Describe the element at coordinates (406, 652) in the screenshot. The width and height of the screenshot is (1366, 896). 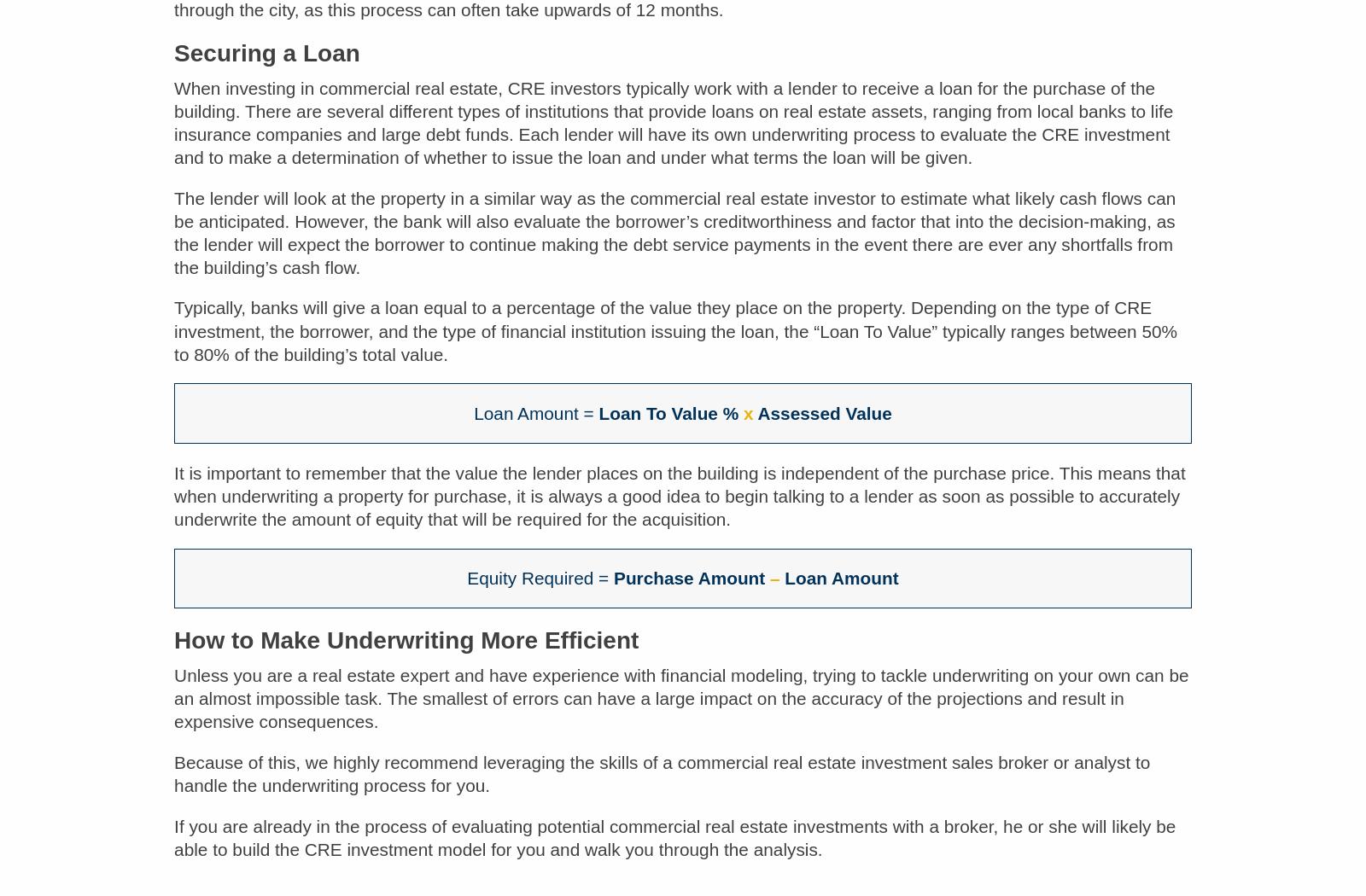
I see `'How to Make Underwriting More Efficient'` at that location.